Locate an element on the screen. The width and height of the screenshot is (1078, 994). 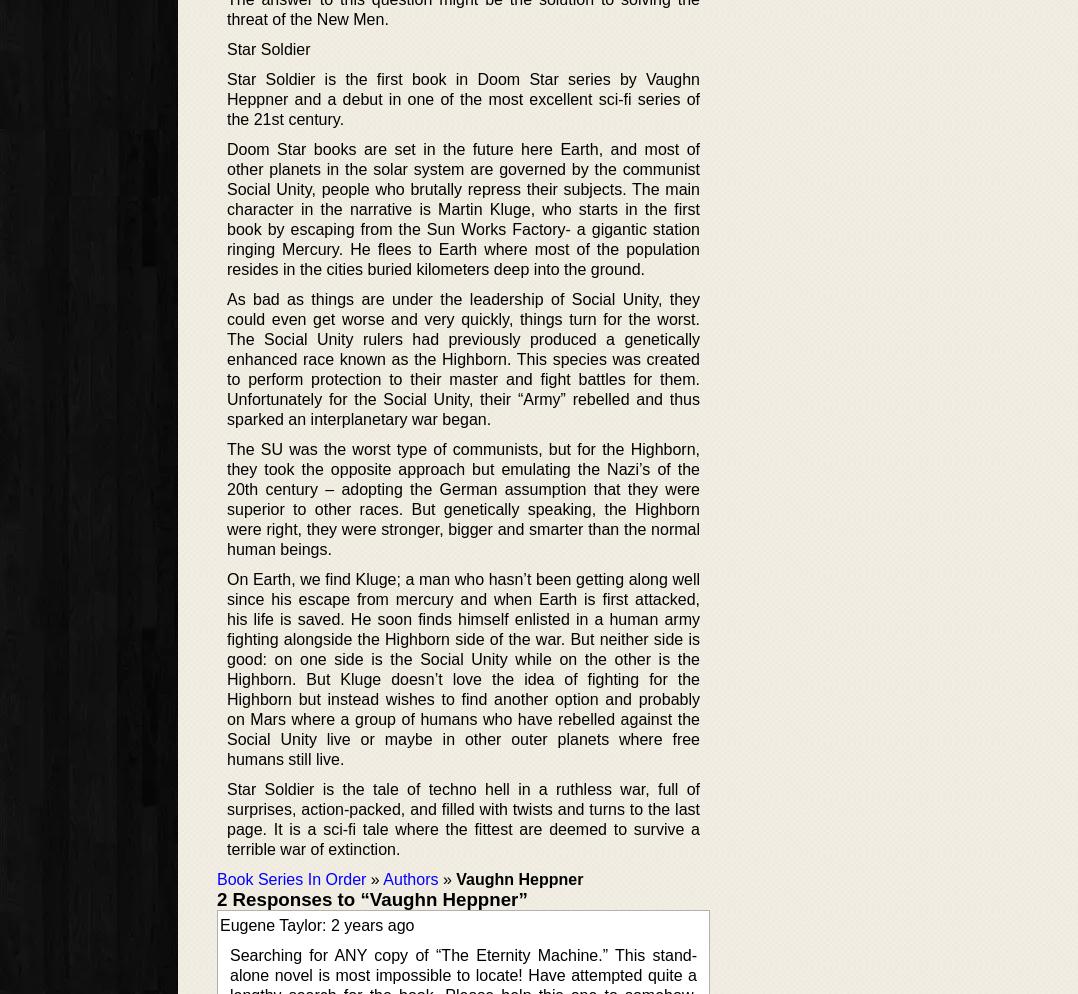
'The SU was the worst type of communists, but for the Highborn, they took the opposite approach but emulating the Nazi’s of the 20th century – adopting the German assumption that they were superior to other races. But genetically speaking, the Highborn were right, they were stronger, bigger and smarter than the normal human beings.' is located at coordinates (462, 499).